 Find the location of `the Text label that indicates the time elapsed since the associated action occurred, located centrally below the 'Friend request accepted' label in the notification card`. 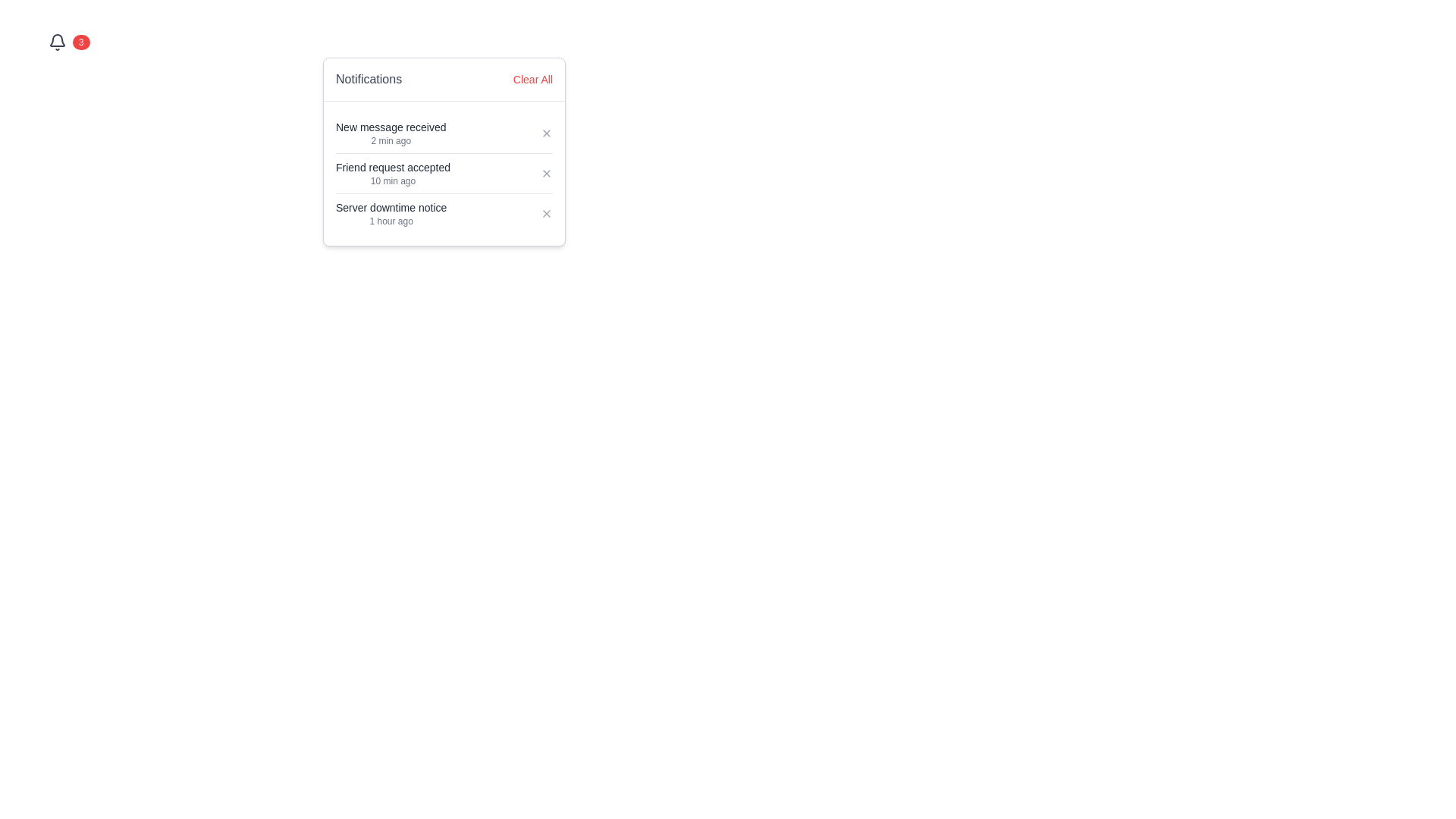

the Text label that indicates the time elapsed since the associated action occurred, located centrally below the 'Friend request accepted' label in the notification card is located at coordinates (393, 180).